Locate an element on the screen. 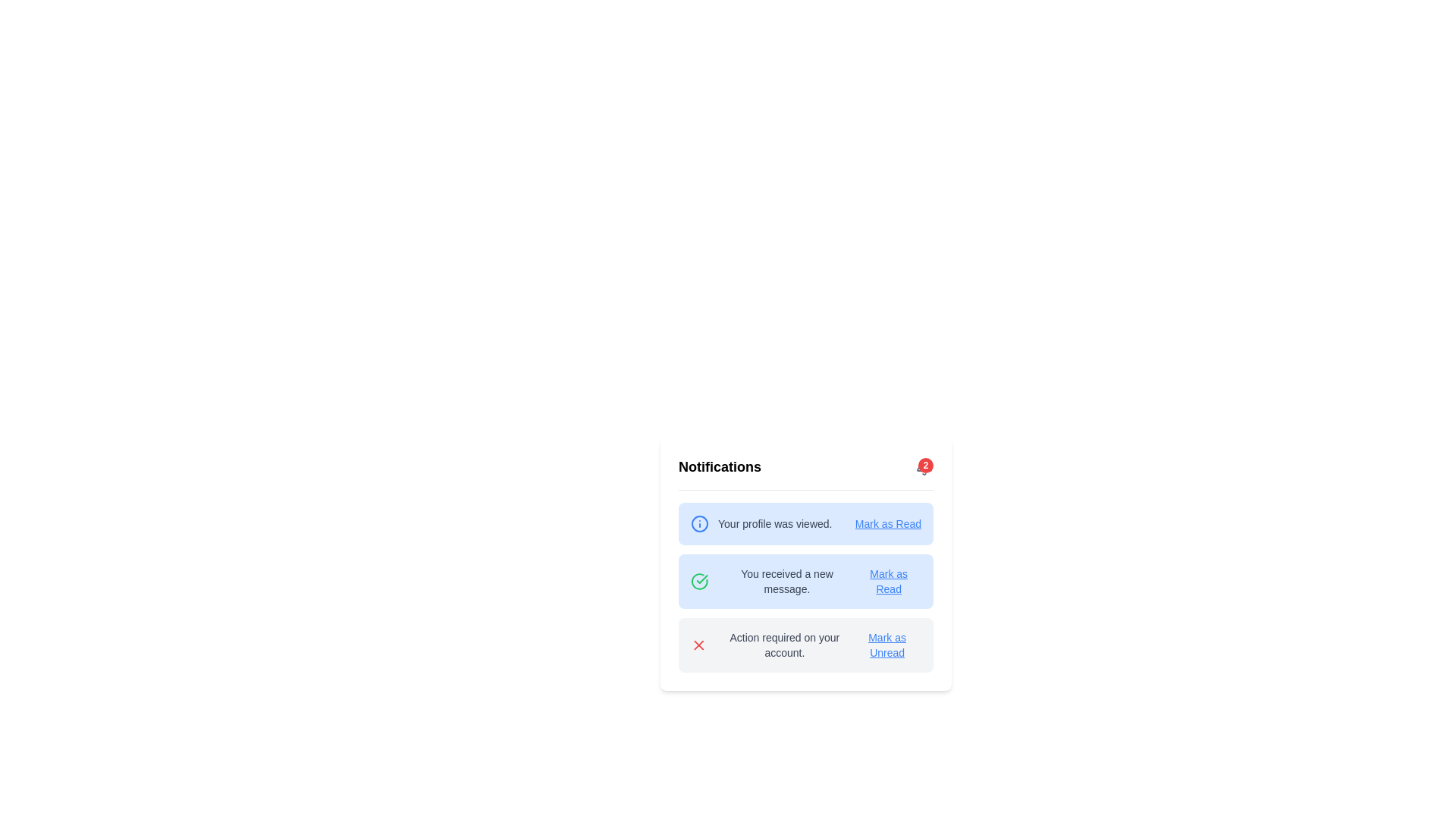 The width and height of the screenshot is (1456, 819). the circular information icon within the notification interface, located at the top-right corner of the notifications pop-up is located at coordinates (698, 522).